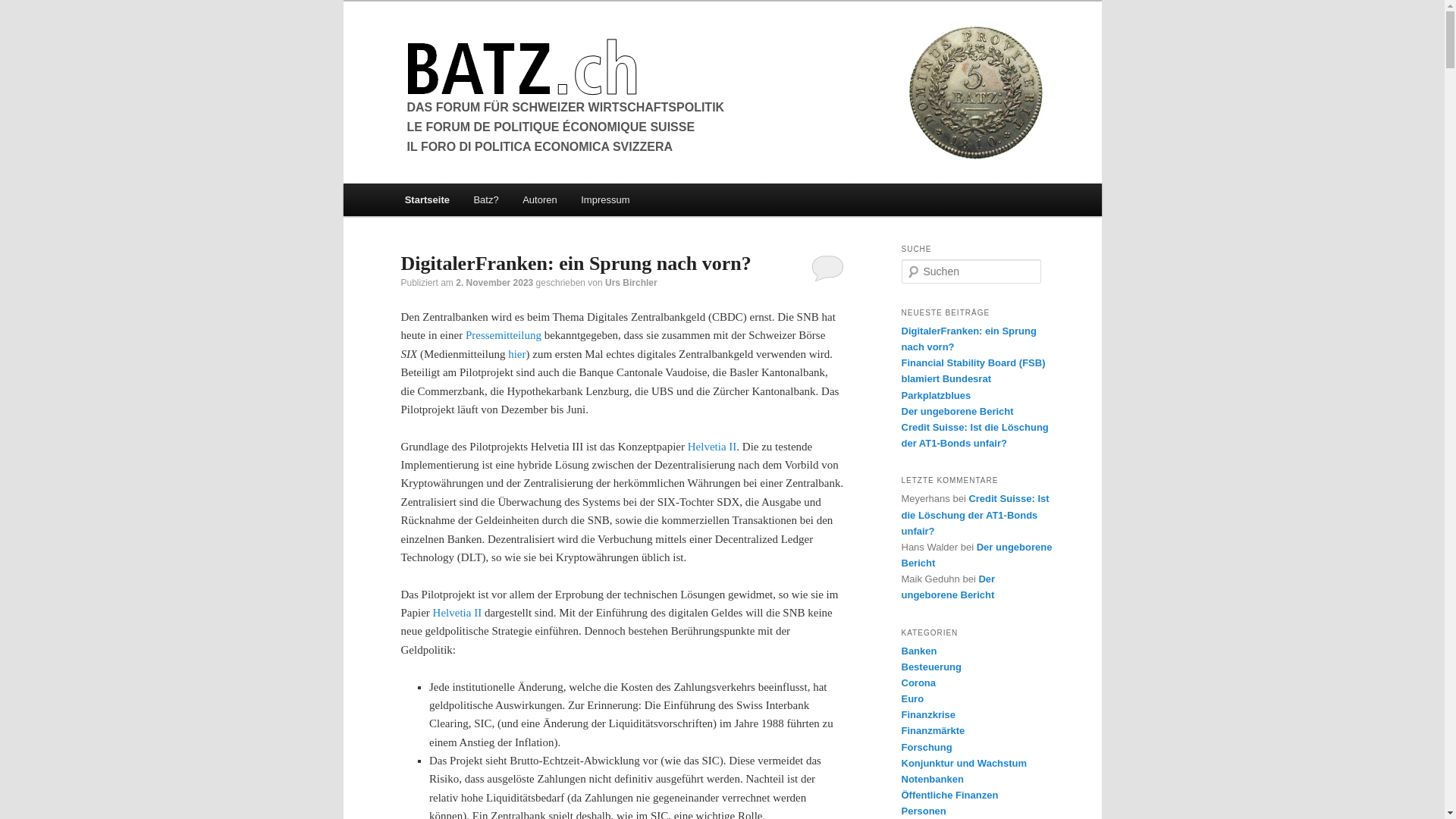 This screenshot has width=1456, height=819. What do you see at coordinates (912, 698) in the screenshot?
I see `'Euro'` at bounding box center [912, 698].